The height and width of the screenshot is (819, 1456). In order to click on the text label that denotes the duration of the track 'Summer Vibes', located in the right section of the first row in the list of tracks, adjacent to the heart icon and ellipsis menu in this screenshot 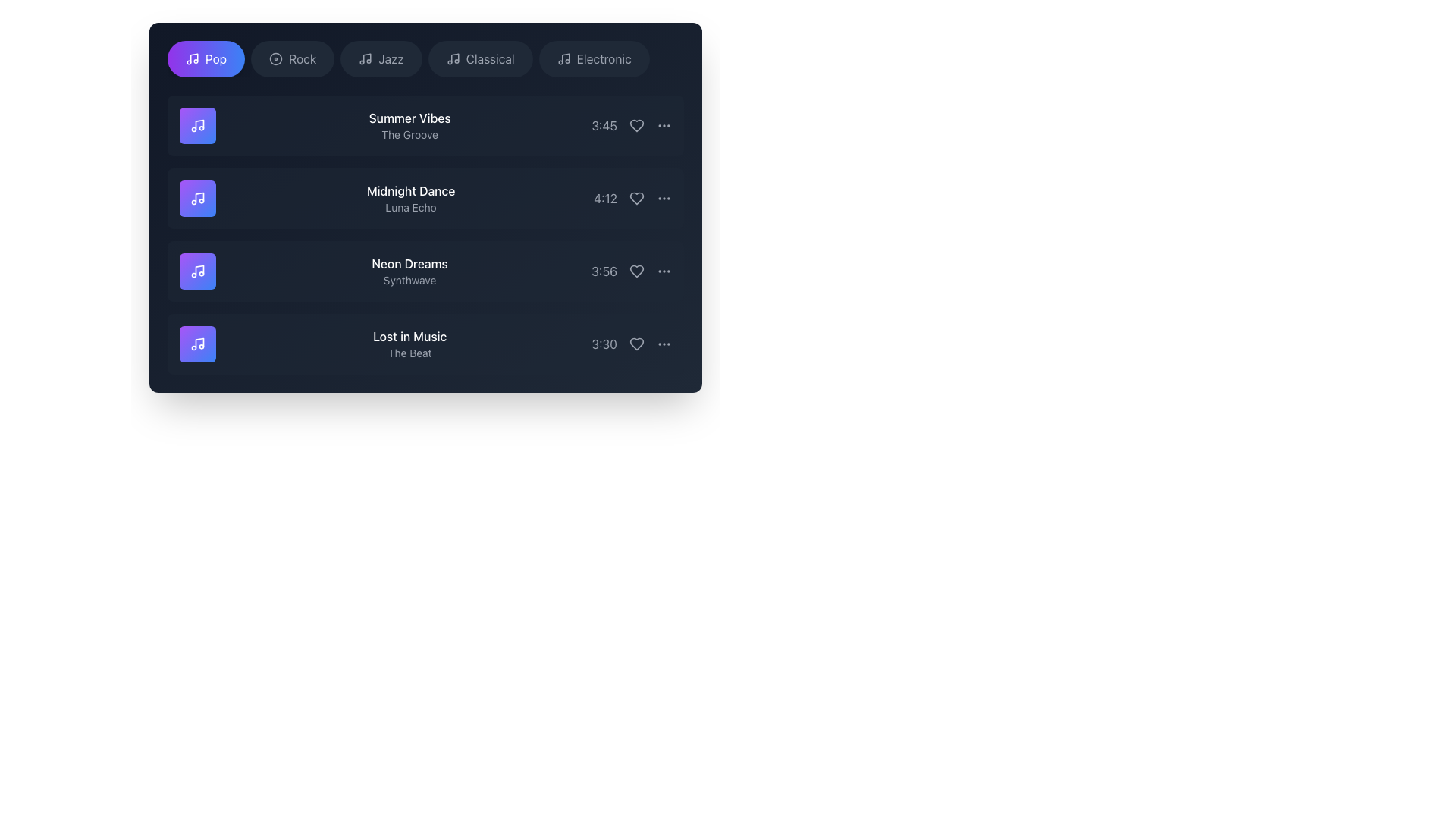, I will do `click(604, 124)`.